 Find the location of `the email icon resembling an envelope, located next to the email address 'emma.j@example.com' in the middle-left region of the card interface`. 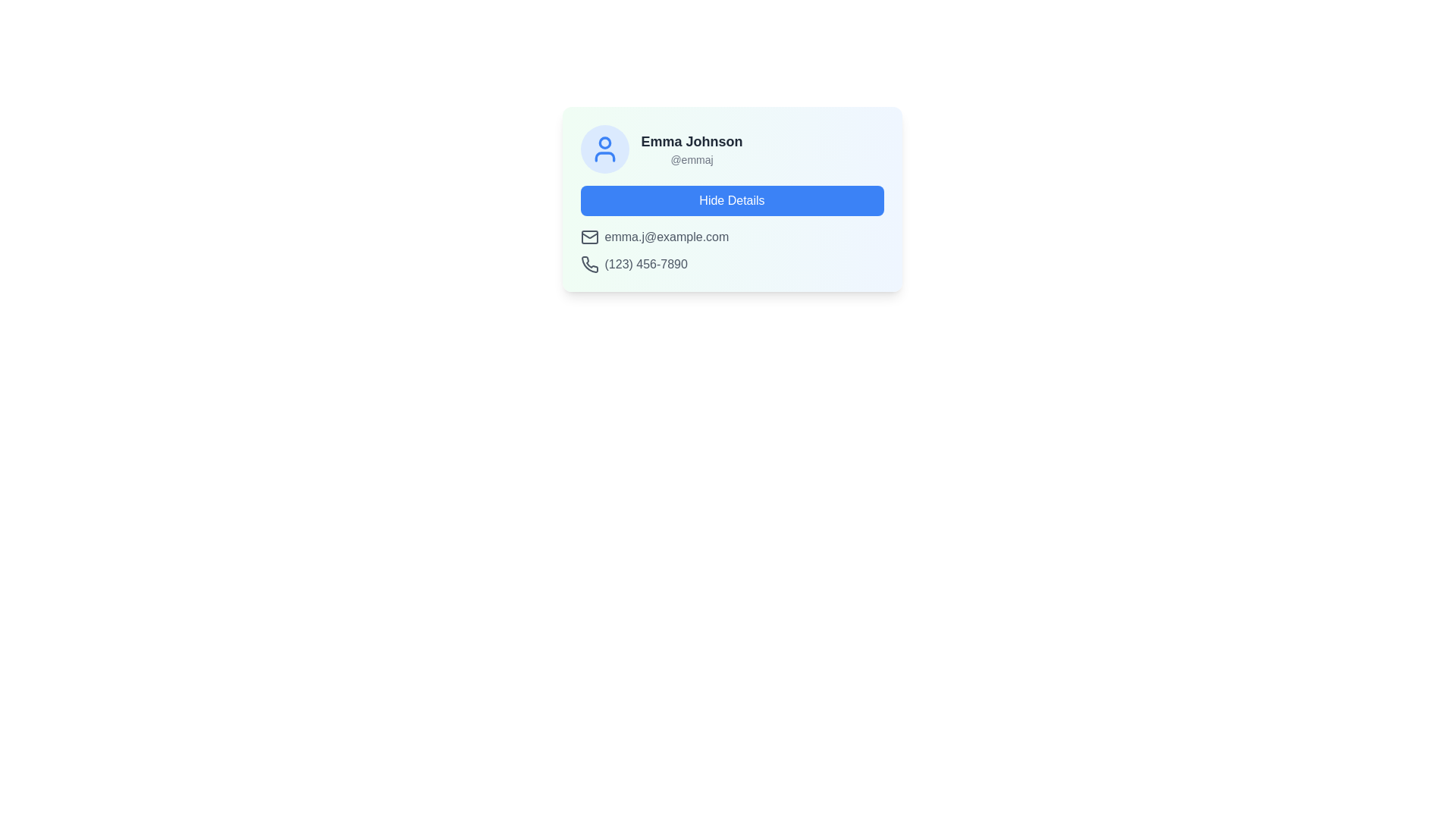

the email icon resembling an envelope, located next to the email address 'emma.j@example.com' in the middle-left region of the card interface is located at coordinates (588, 237).